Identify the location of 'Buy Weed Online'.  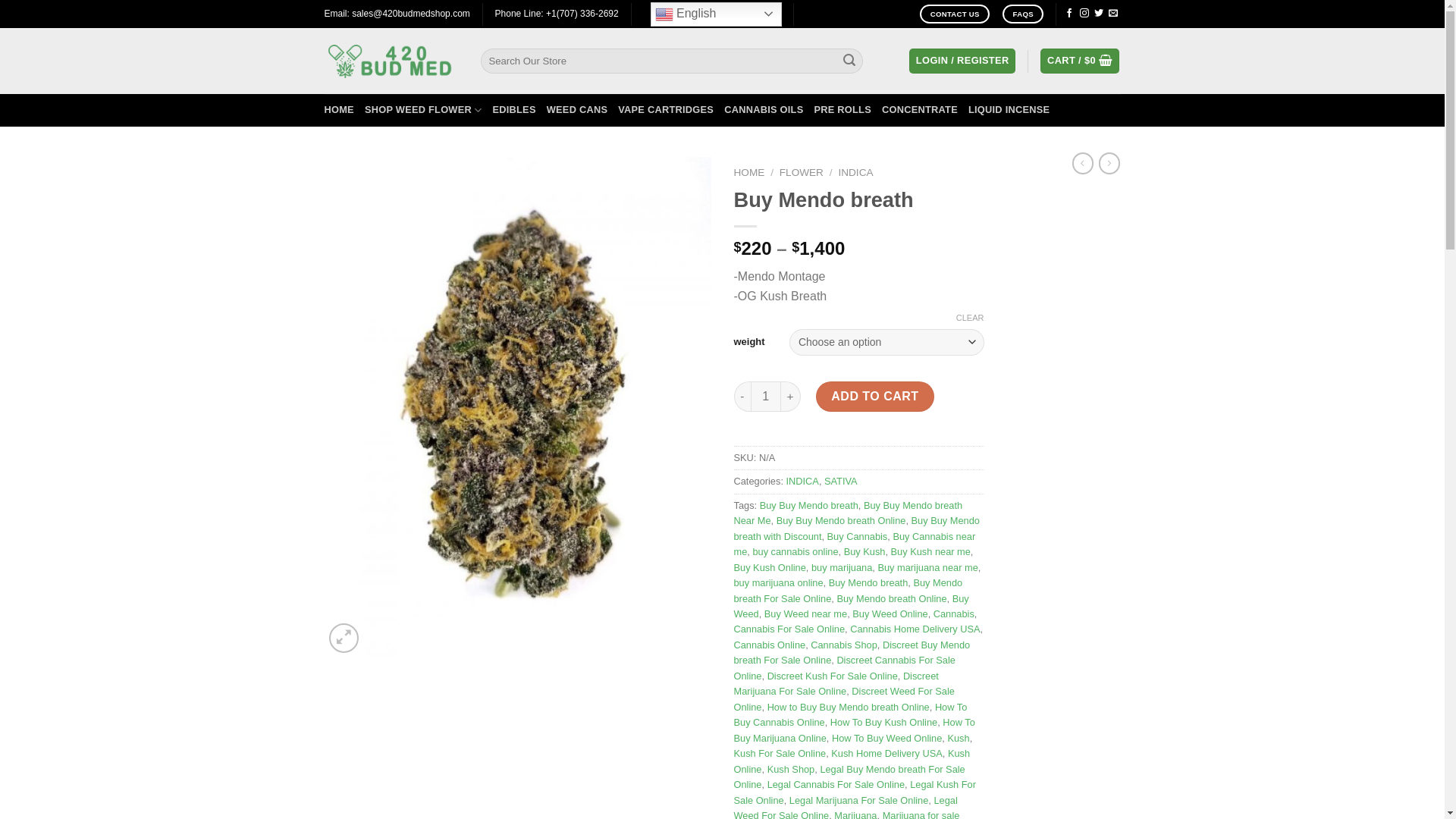
(890, 613).